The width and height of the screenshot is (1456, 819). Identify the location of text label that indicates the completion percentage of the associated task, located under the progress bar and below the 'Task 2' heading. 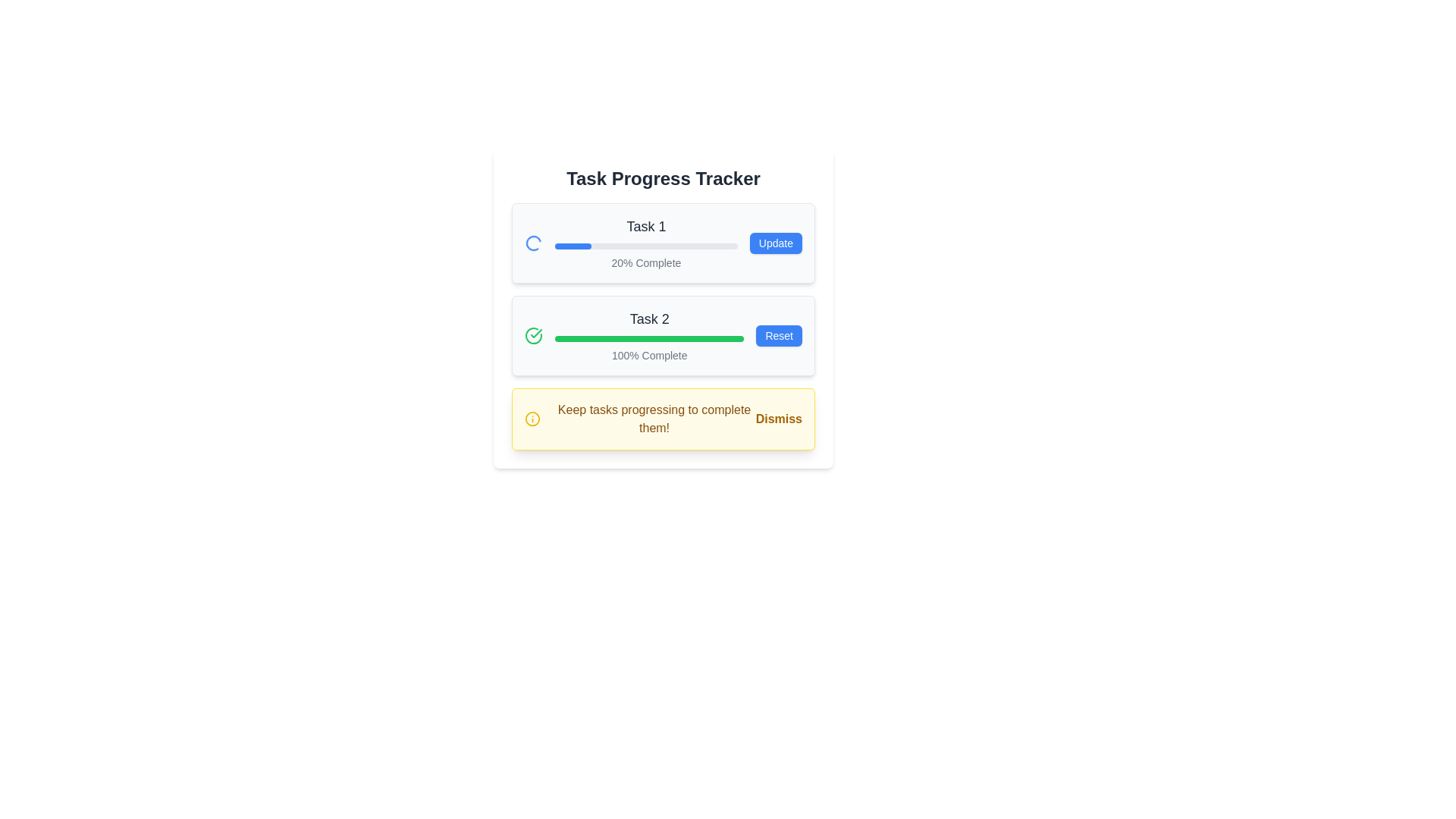
(649, 356).